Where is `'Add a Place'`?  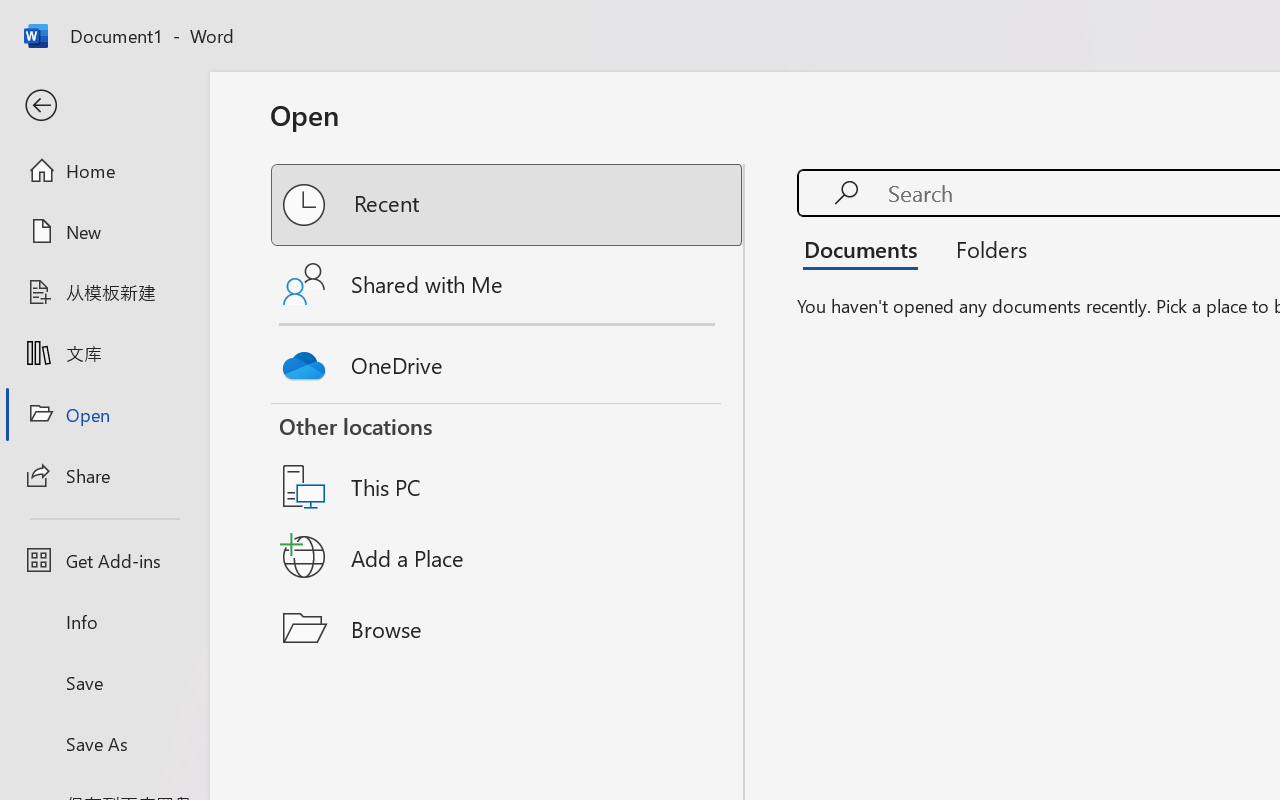
'Add a Place' is located at coordinates (508, 557).